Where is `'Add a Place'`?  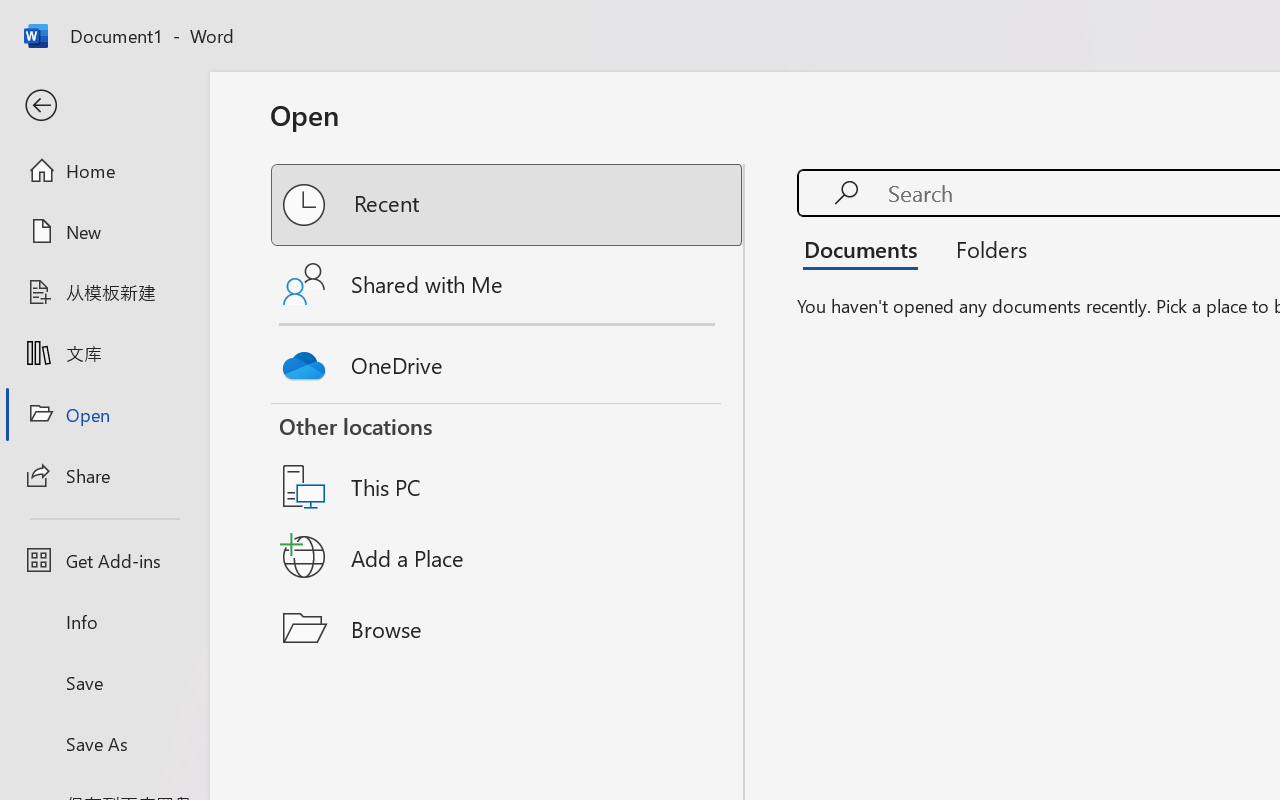
'Add a Place' is located at coordinates (508, 557).